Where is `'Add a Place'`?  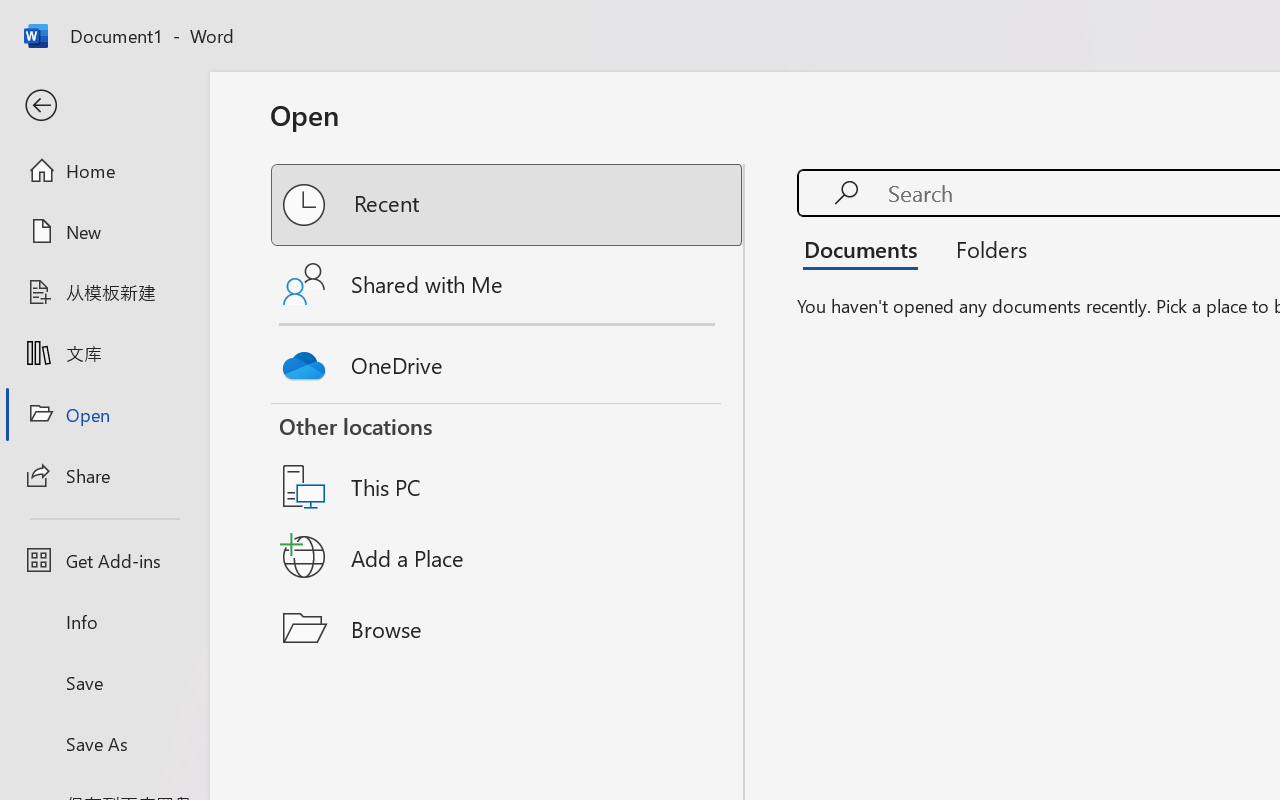
'Add a Place' is located at coordinates (508, 557).